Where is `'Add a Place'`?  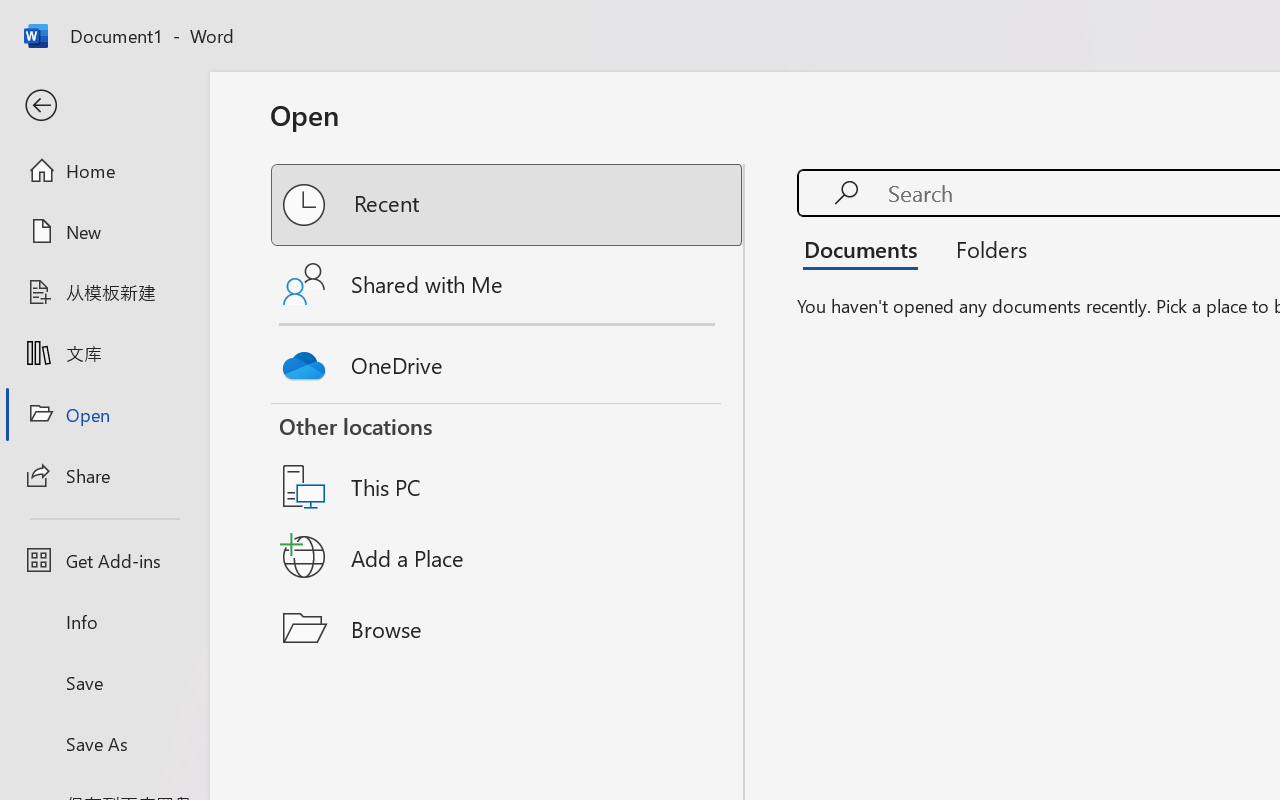
'Add a Place' is located at coordinates (508, 557).